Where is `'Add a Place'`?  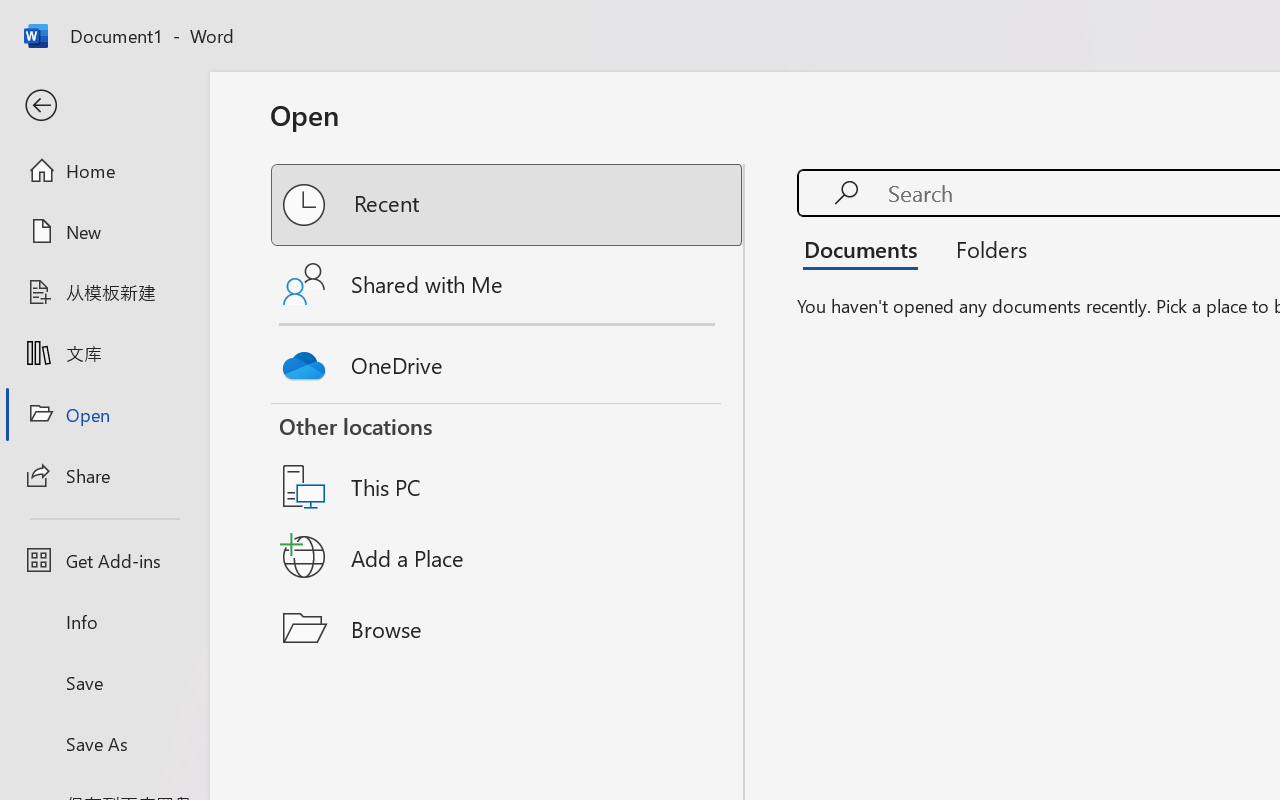
'Add a Place' is located at coordinates (508, 557).